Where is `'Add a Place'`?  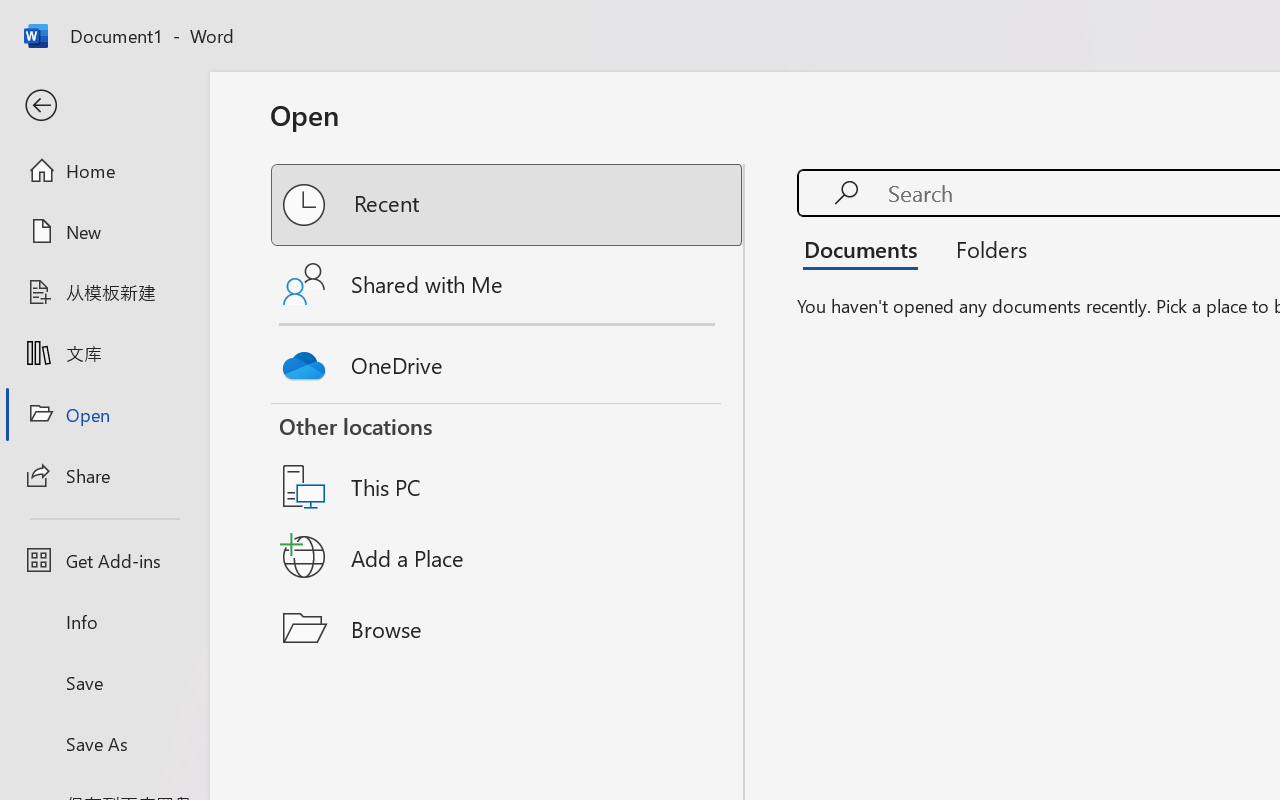
'Add a Place' is located at coordinates (508, 557).